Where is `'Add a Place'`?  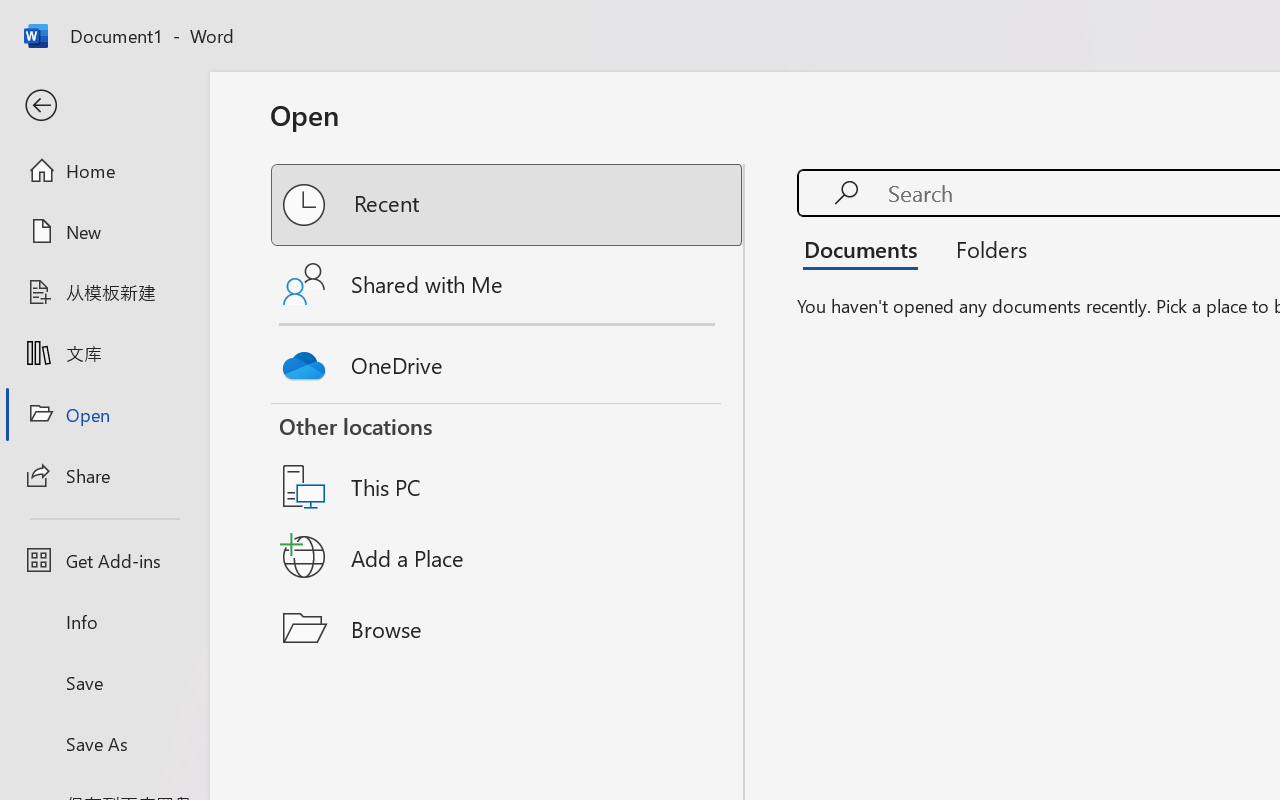
'Add a Place' is located at coordinates (508, 557).